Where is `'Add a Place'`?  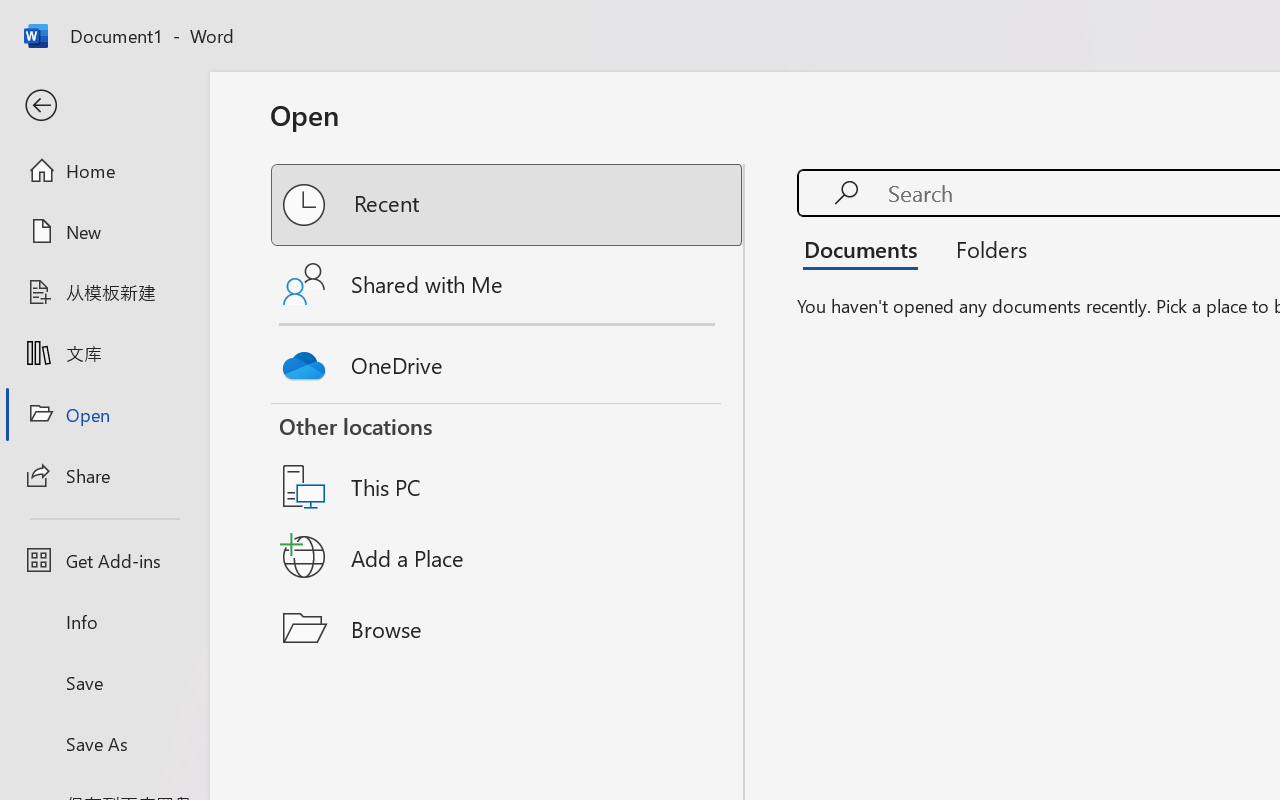
'Add a Place' is located at coordinates (508, 557).